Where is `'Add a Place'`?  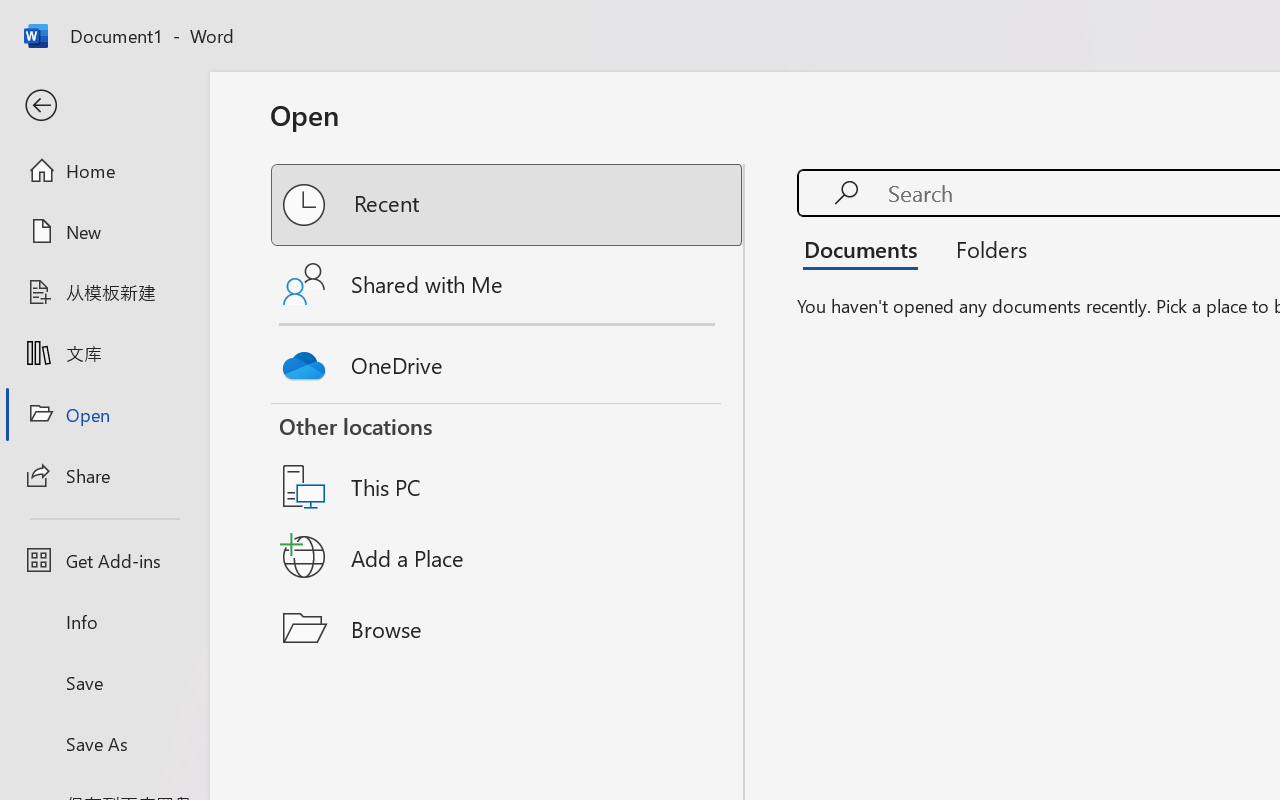
'Add a Place' is located at coordinates (508, 557).